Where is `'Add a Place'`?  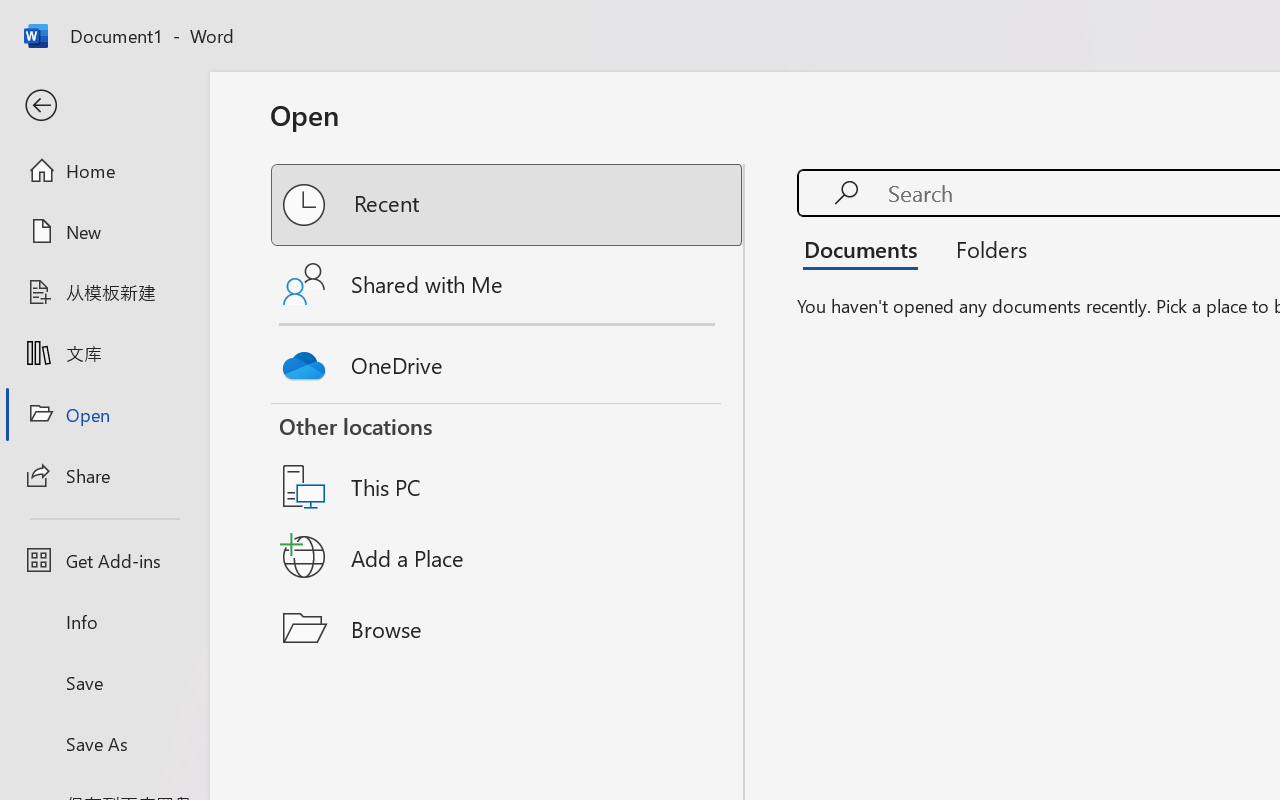
'Add a Place' is located at coordinates (508, 557).